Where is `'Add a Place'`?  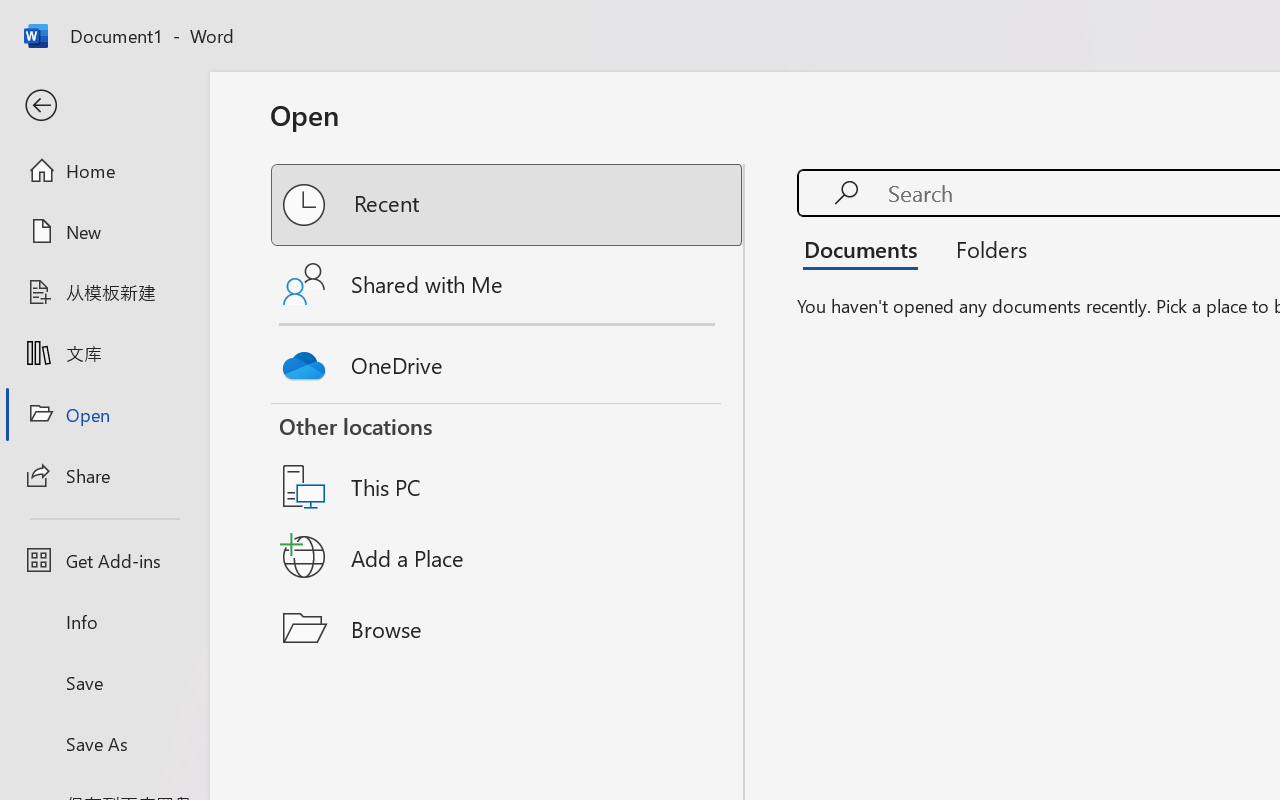
'Add a Place' is located at coordinates (508, 557).